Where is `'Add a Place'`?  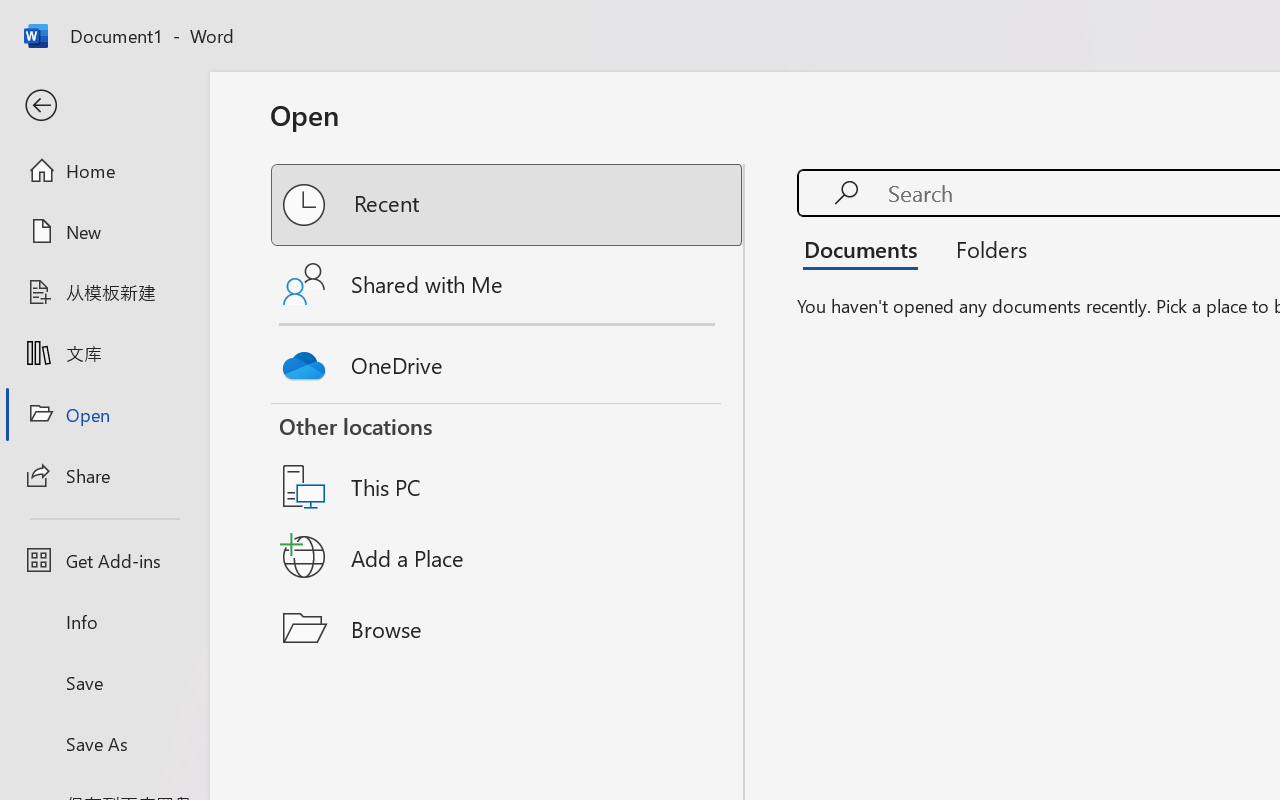
'Add a Place' is located at coordinates (508, 557).